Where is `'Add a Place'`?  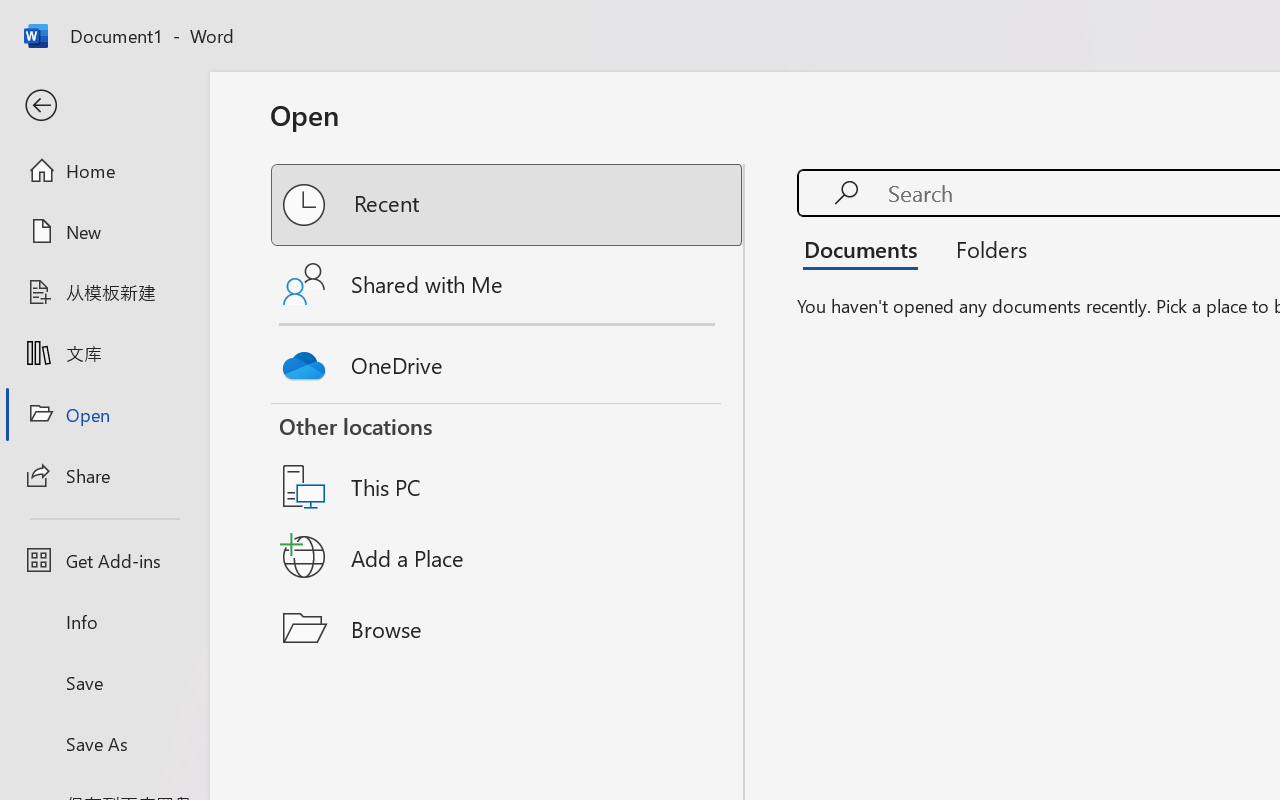
'Add a Place' is located at coordinates (508, 557).